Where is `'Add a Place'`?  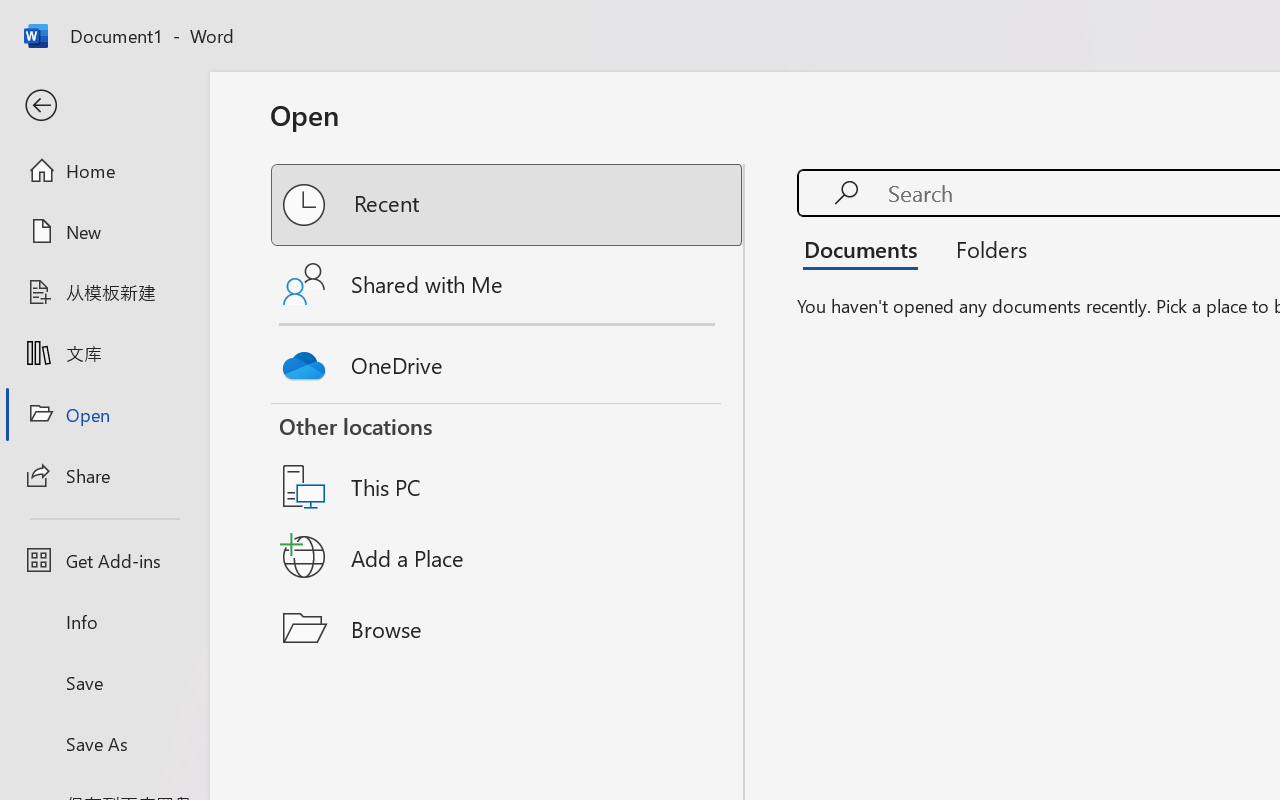
'Add a Place' is located at coordinates (508, 557).